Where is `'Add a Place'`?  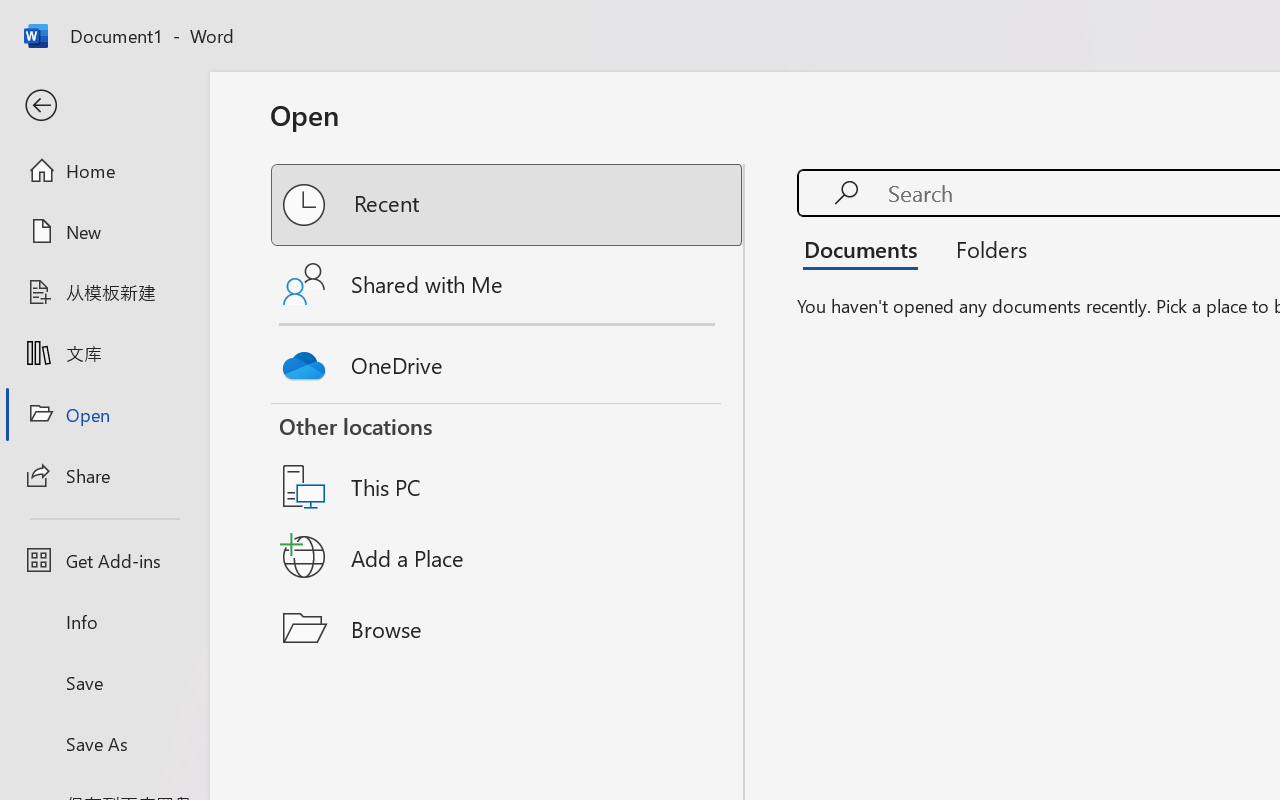
'Add a Place' is located at coordinates (508, 557).